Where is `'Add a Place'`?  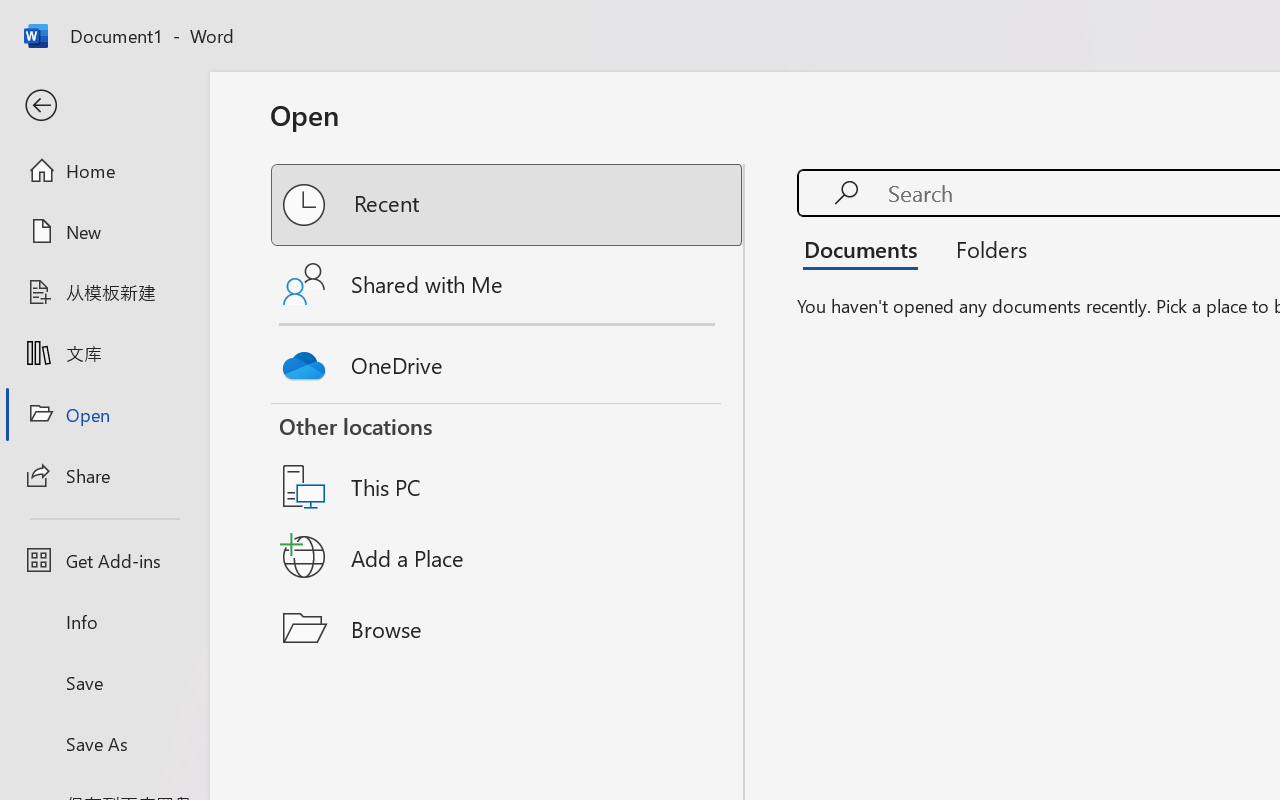
'Add a Place' is located at coordinates (508, 557).